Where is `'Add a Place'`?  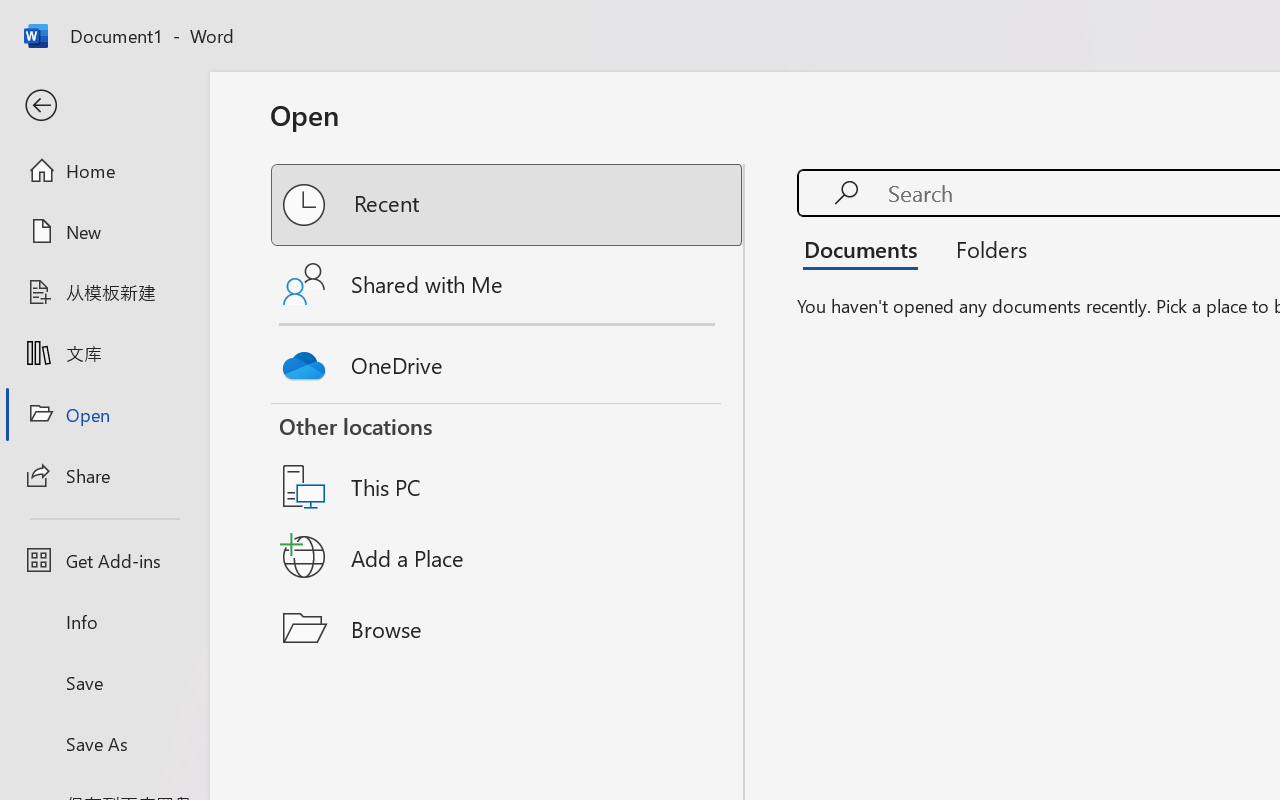
'Add a Place' is located at coordinates (508, 557).